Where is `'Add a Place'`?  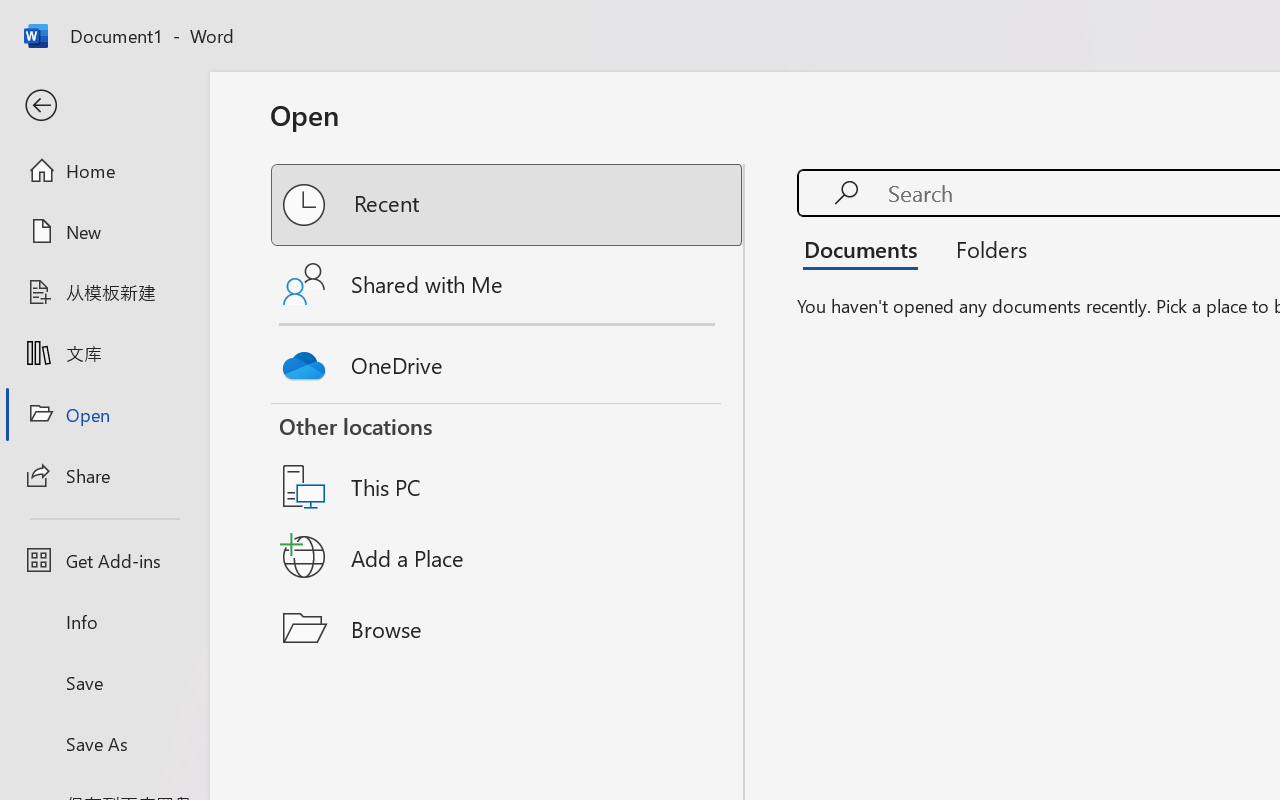
'Add a Place' is located at coordinates (508, 557).